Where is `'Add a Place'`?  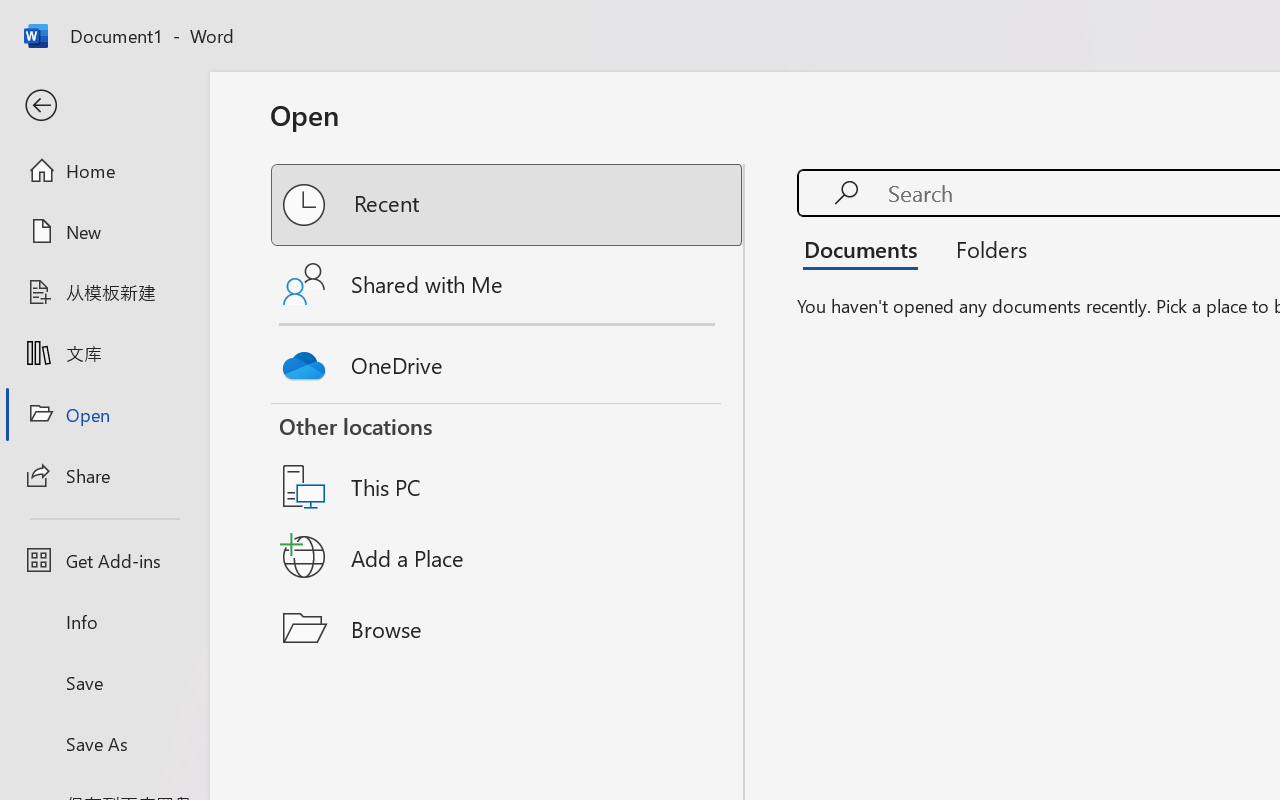
'Add a Place' is located at coordinates (508, 557).